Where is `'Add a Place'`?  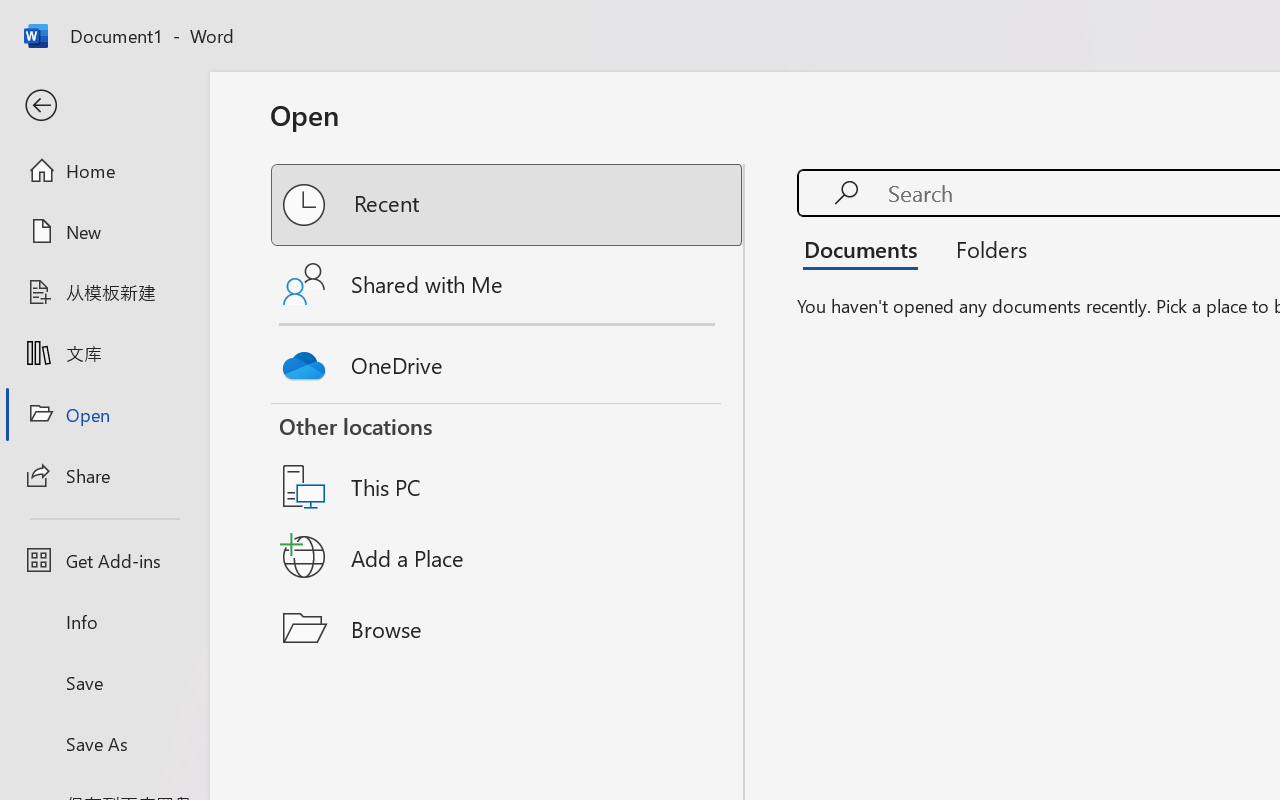
'Add a Place' is located at coordinates (508, 557).